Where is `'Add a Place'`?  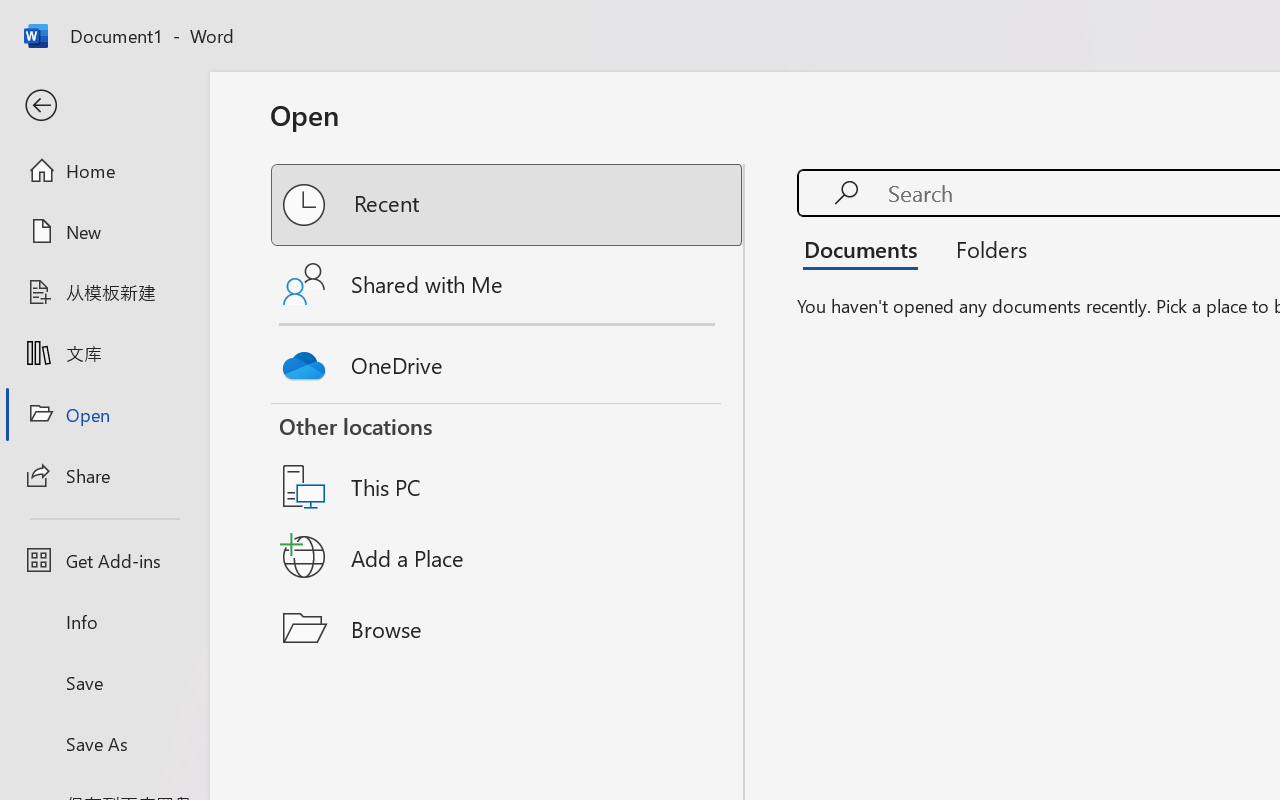
'Add a Place' is located at coordinates (508, 557).